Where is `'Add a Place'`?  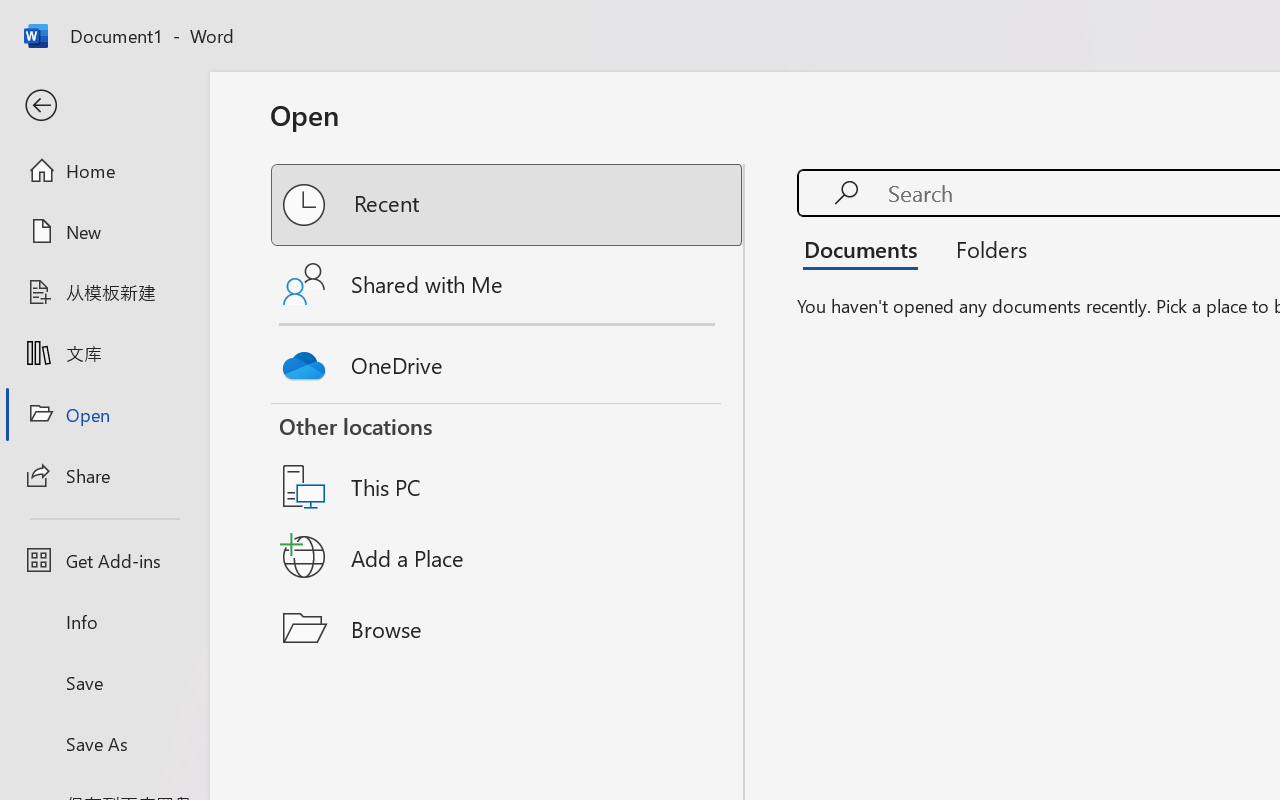
'Add a Place' is located at coordinates (508, 557).